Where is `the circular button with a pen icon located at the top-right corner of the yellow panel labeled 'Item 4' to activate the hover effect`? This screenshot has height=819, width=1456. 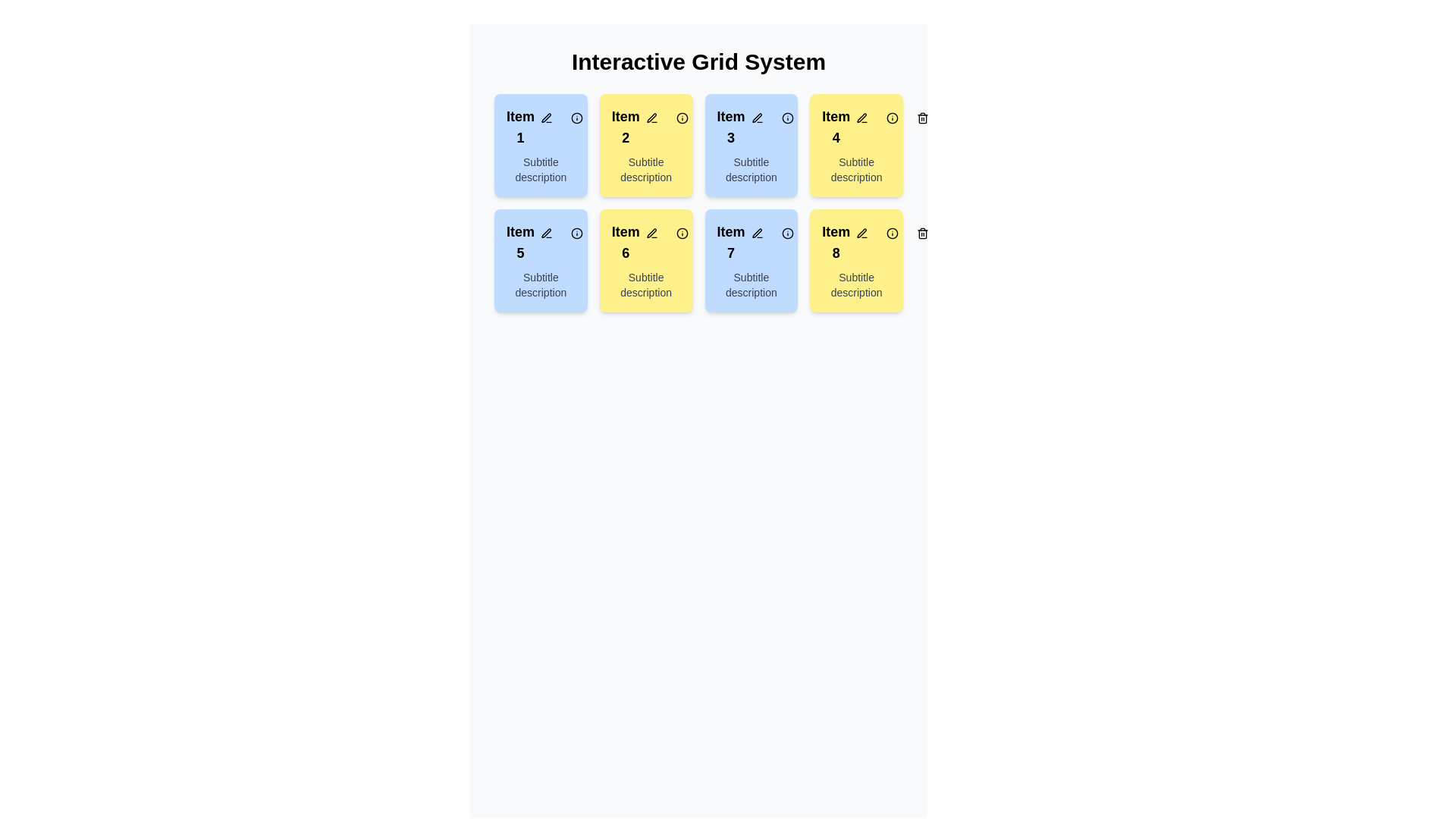
the circular button with a pen icon located at the top-right corner of the yellow panel labeled 'Item 4' to activate the hover effect is located at coordinates (862, 117).